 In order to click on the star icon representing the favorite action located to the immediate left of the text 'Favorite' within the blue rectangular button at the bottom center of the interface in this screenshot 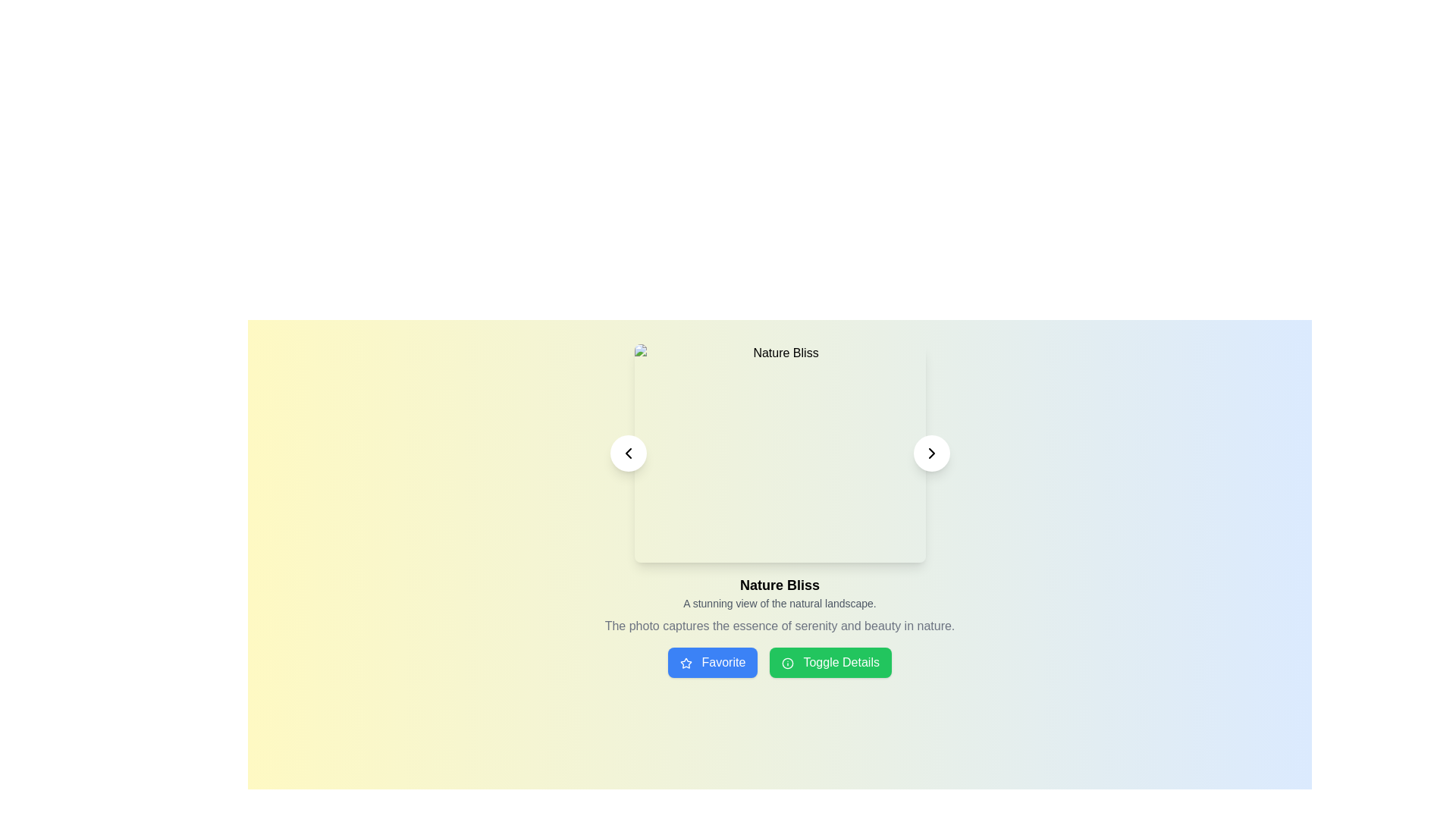, I will do `click(686, 662)`.